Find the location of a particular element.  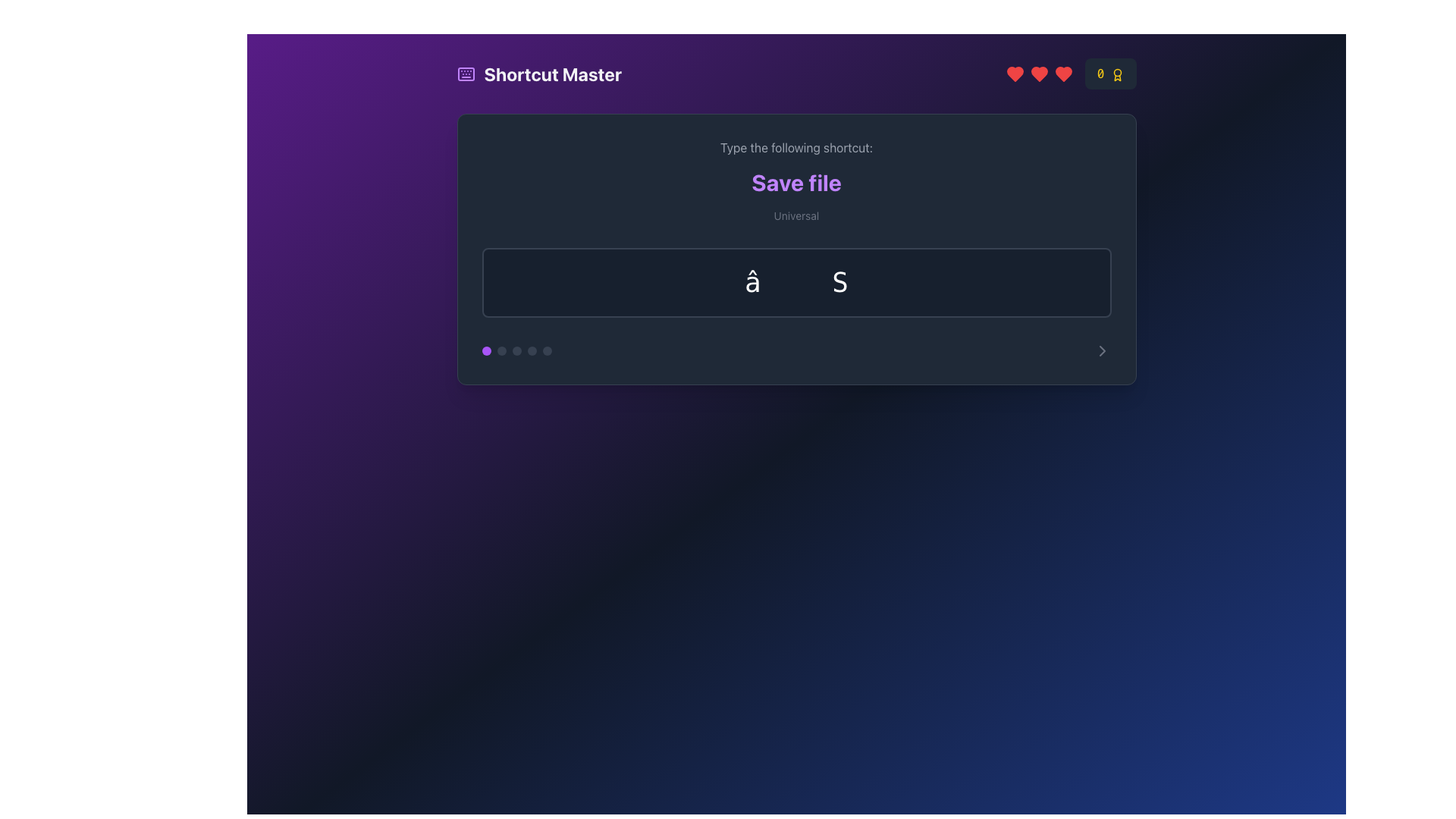

the bold, large-sized 'Save file' text label displayed in purple color, located between 'Type the following shortcut:' and 'Universal' is located at coordinates (795, 181).